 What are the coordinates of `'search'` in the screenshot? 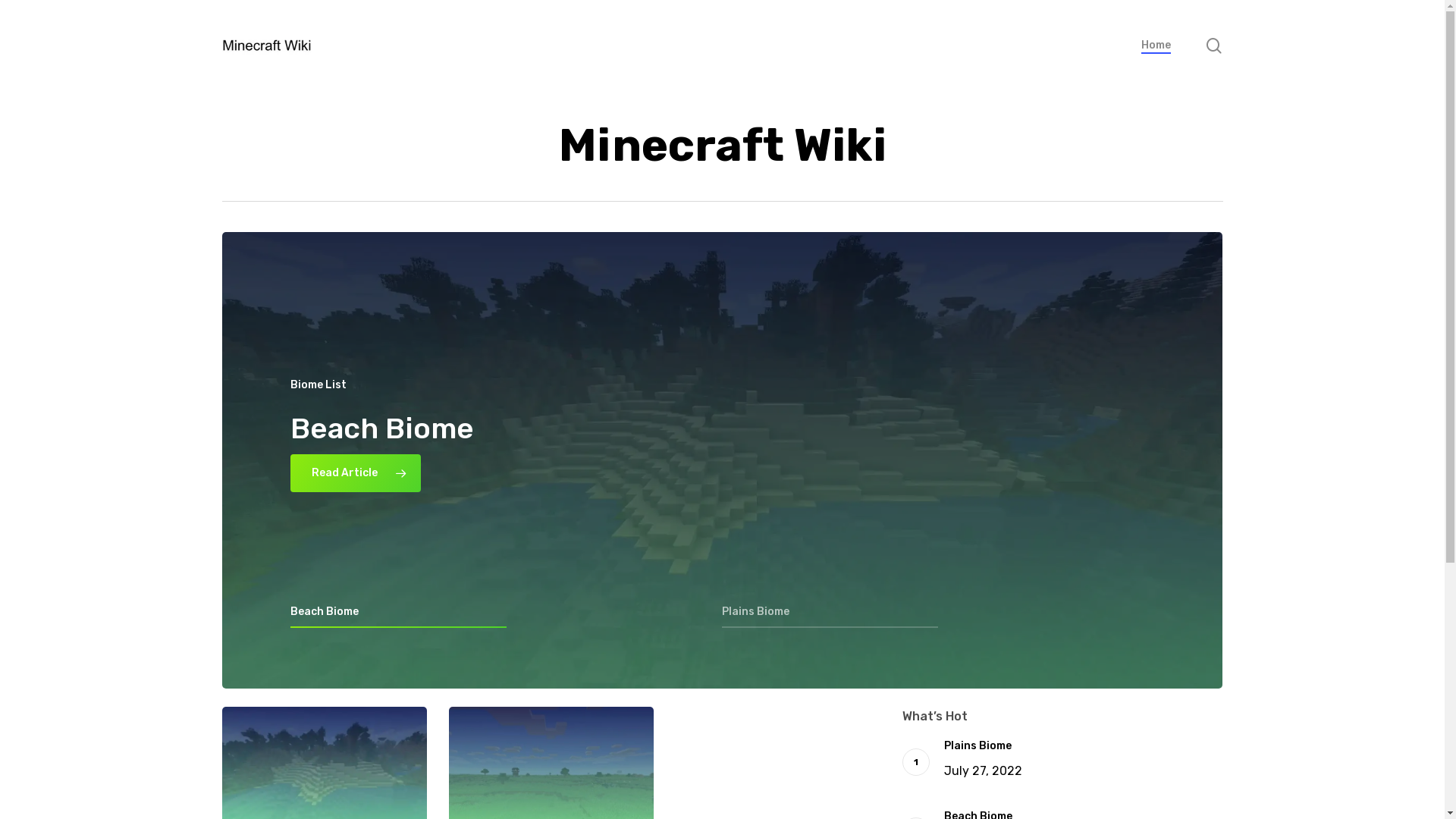 It's located at (1212, 45).